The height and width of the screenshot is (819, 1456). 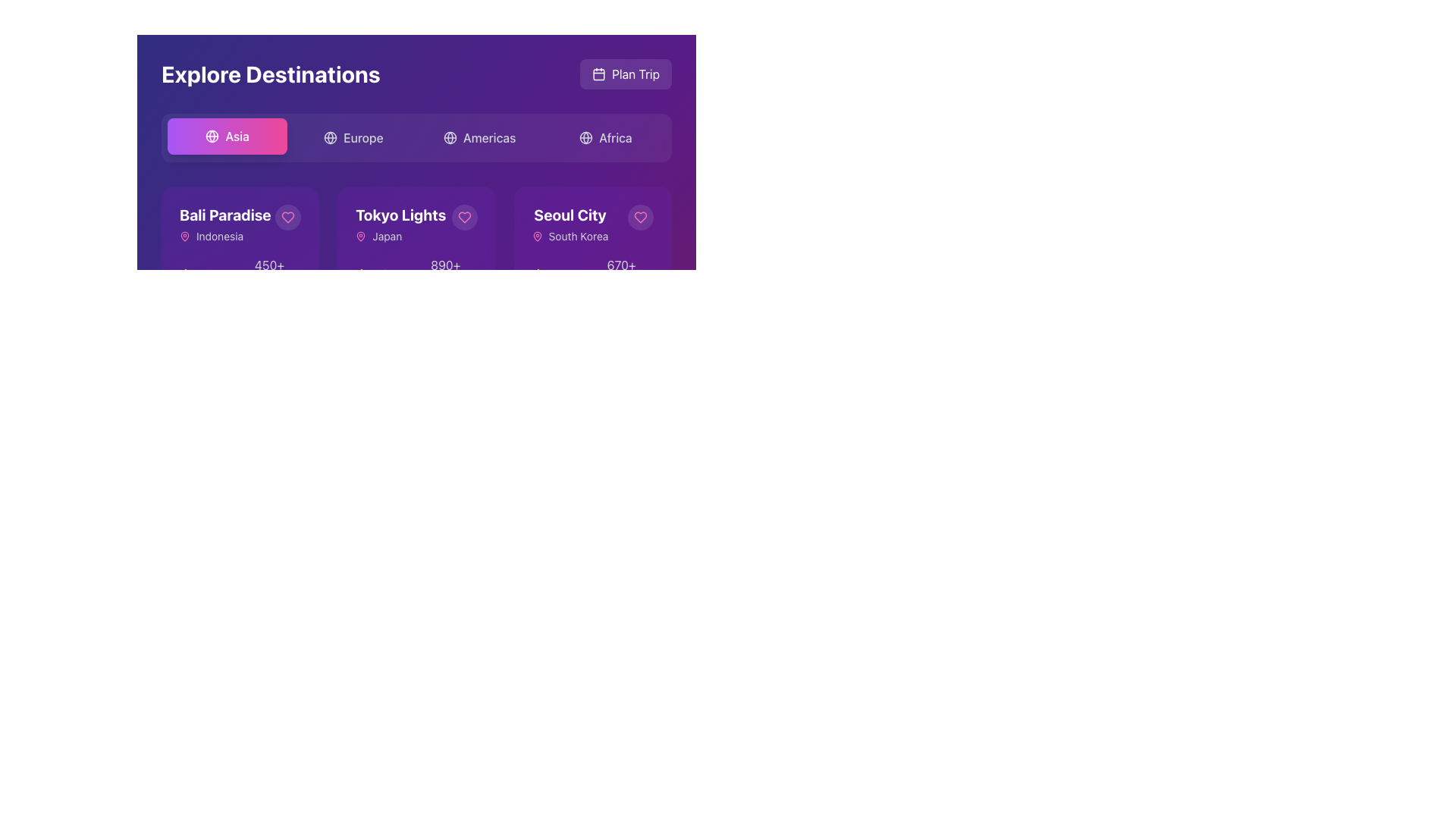 What do you see at coordinates (360, 237) in the screenshot?
I see `the Location Pin icon within the 'Tokyo Lights' card, which is positioned slightly above the 'Japan' label` at bounding box center [360, 237].